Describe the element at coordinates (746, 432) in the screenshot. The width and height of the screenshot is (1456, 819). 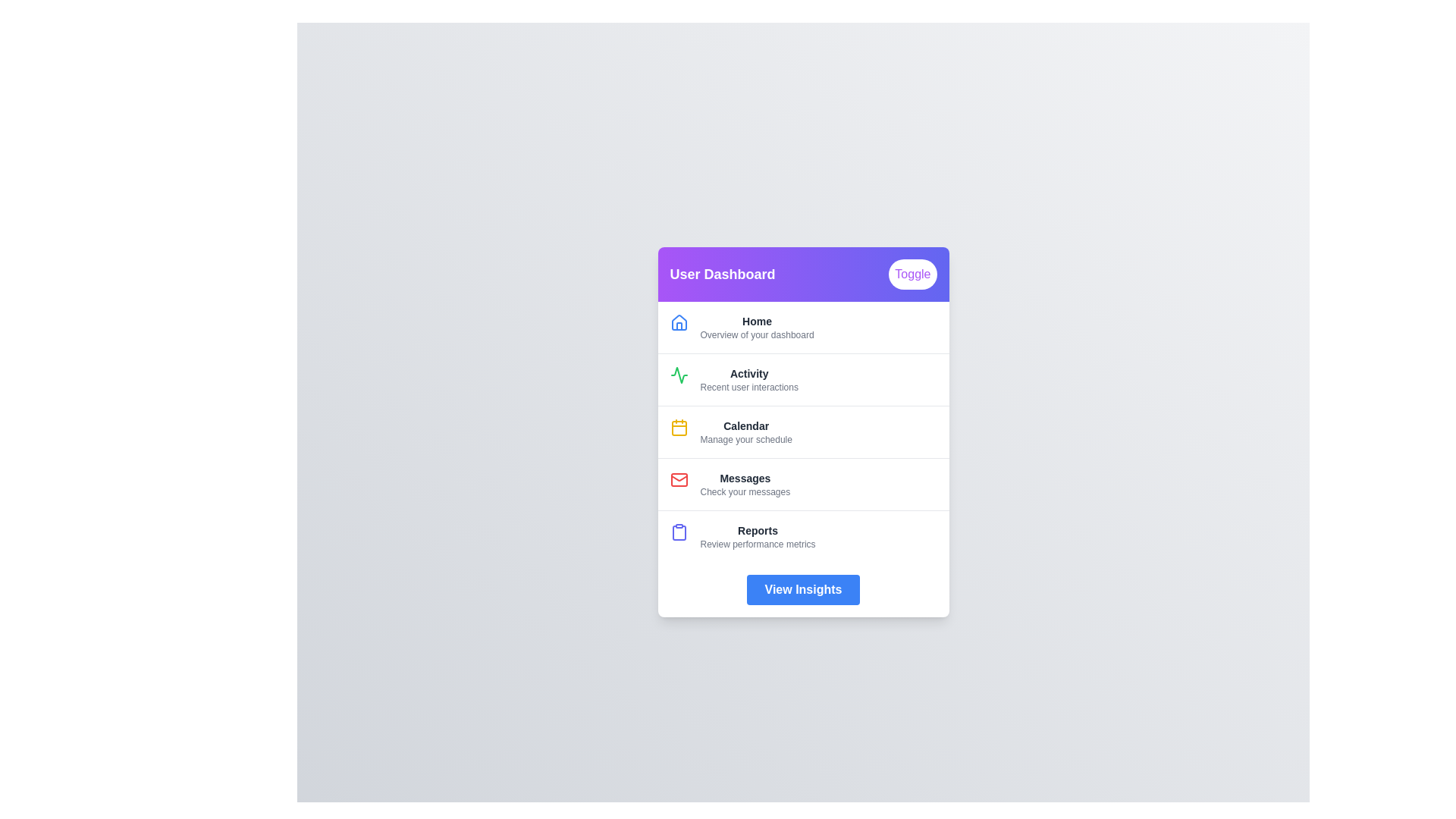
I see `the menu item corresponding to Calendar` at that location.